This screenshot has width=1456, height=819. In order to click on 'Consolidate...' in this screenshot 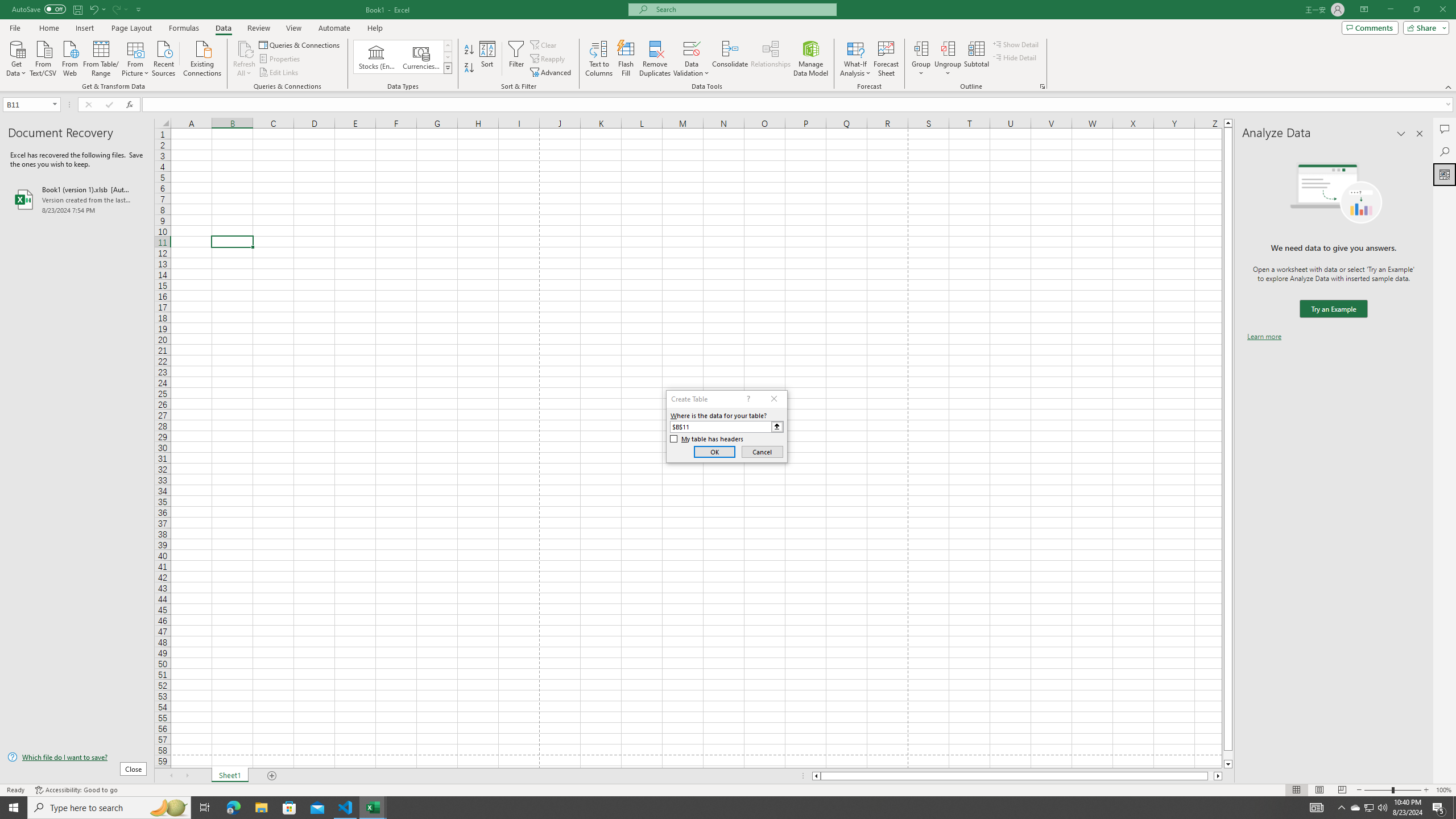, I will do `click(730, 59)`.